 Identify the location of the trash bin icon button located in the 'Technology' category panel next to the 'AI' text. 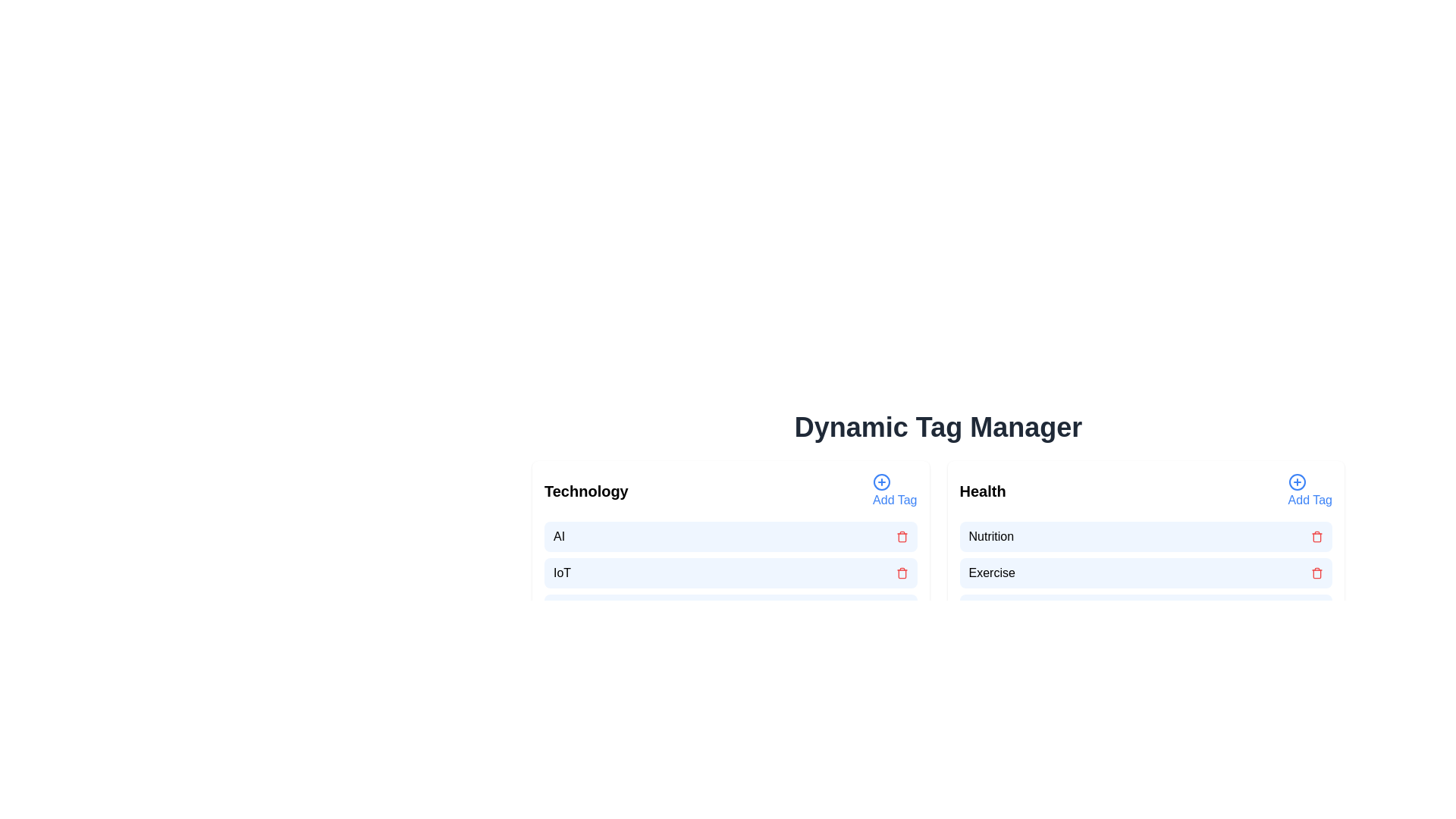
(902, 536).